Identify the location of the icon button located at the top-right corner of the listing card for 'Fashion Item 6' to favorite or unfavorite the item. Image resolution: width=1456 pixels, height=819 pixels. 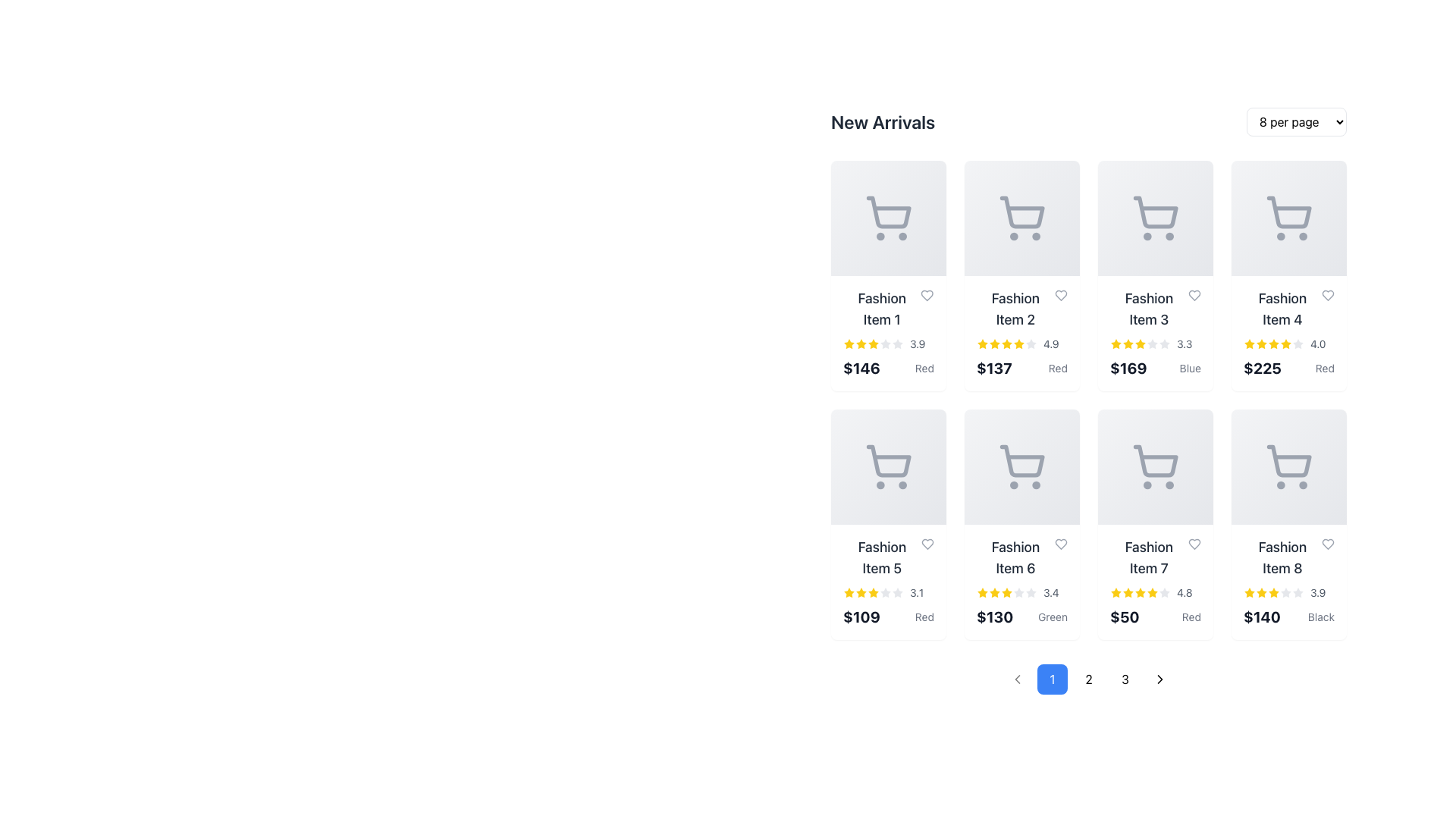
(1059, 543).